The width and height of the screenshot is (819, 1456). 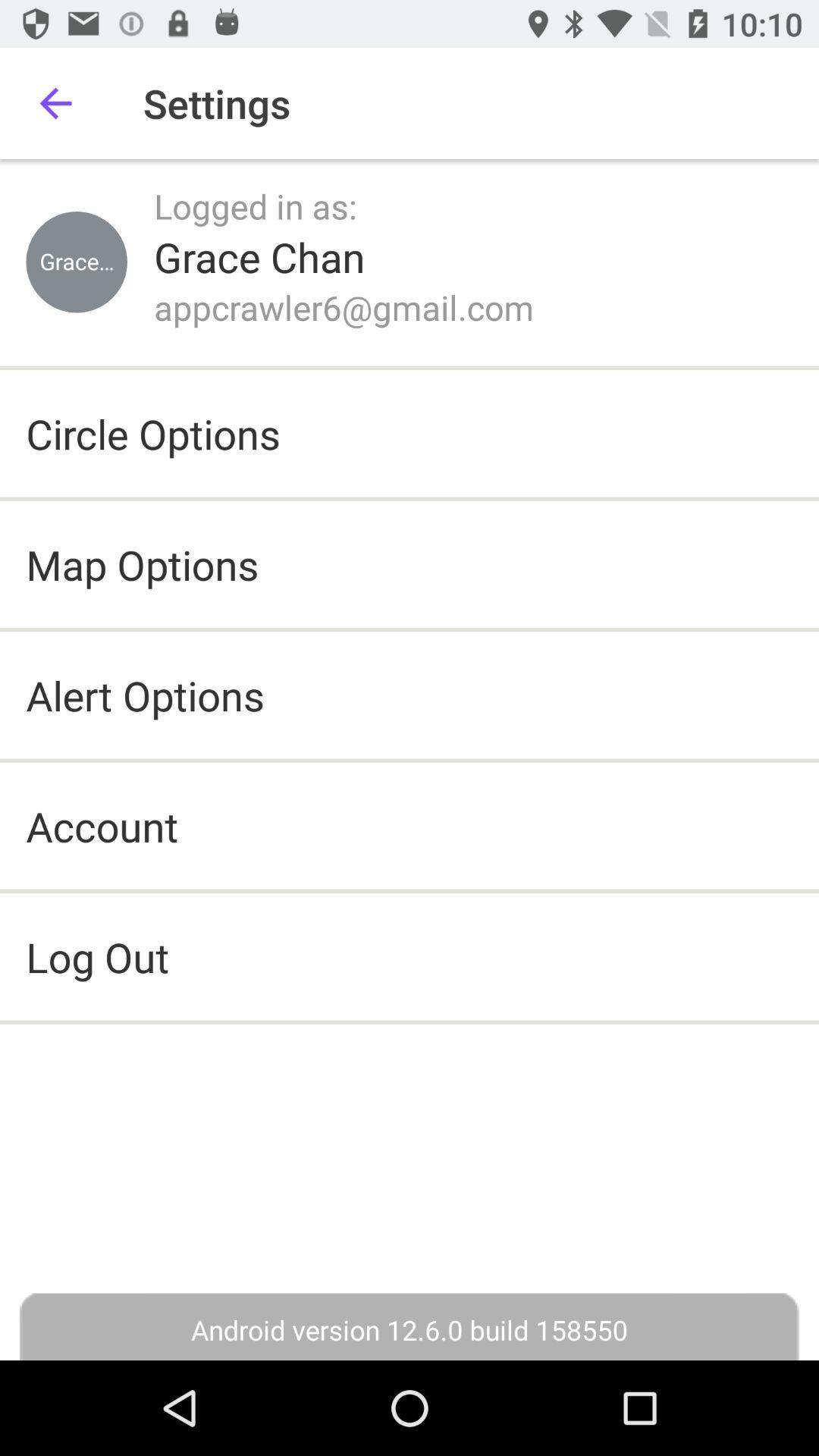 What do you see at coordinates (259, 256) in the screenshot?
I see `icon below logged in as: icon` at bounding box center [259, 256].